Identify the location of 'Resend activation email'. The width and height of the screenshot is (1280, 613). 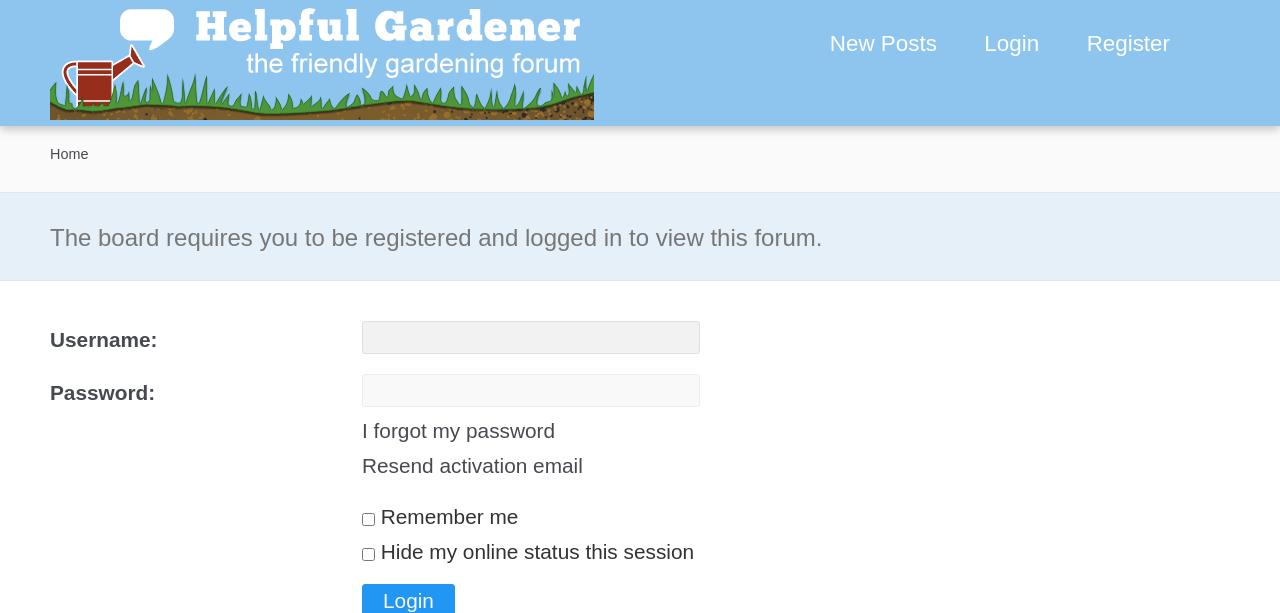
(471, 465).